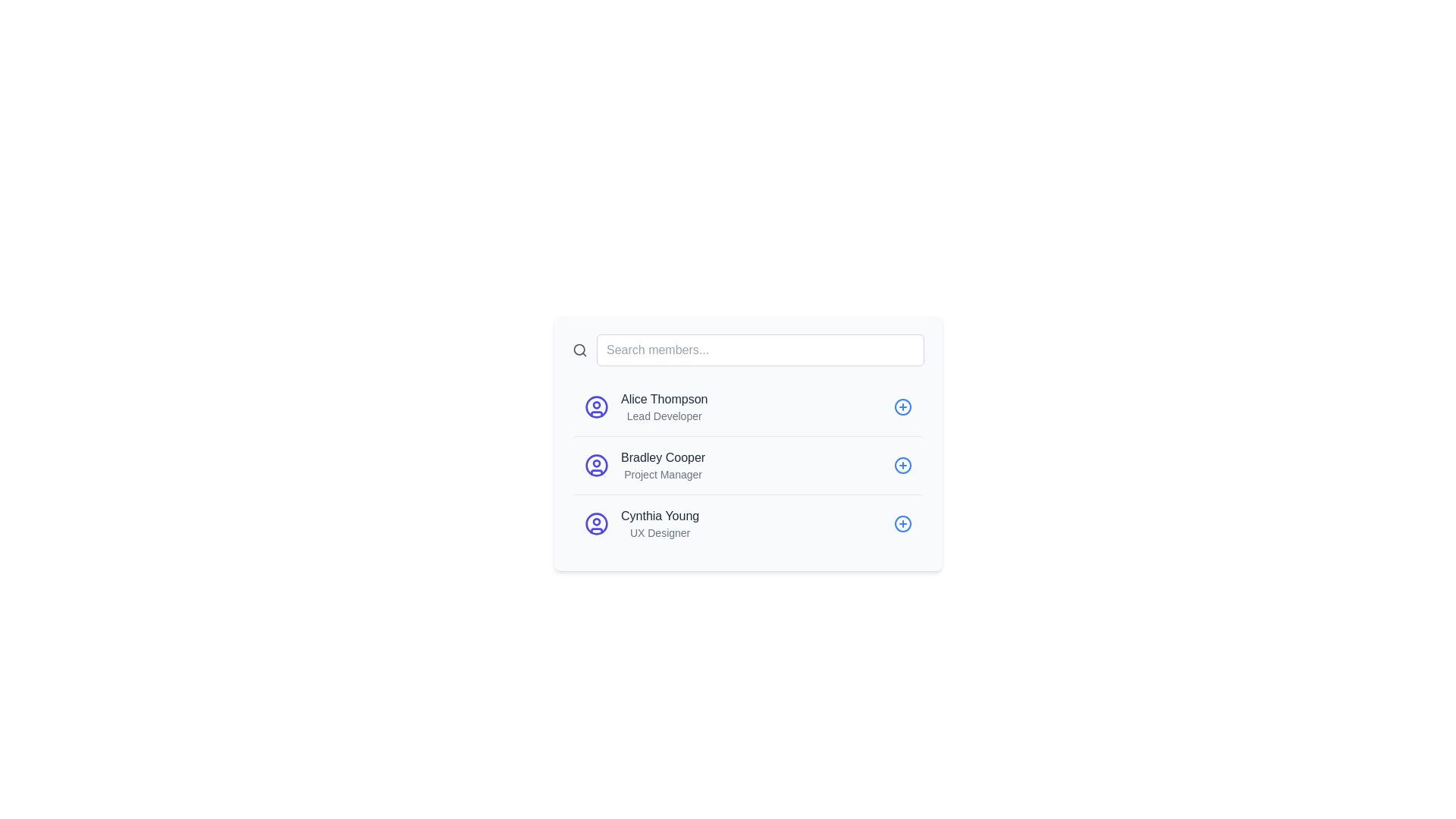 This screenshot has width=1456, height=819. What do you see at coordinates (902, 406) in the screenshot?
I see `the circular SVG graphic in the top-right corner of the profile for 'Alice Thompson, Lead Developer' to interact with the user profile` at bounding box center [902, 406].